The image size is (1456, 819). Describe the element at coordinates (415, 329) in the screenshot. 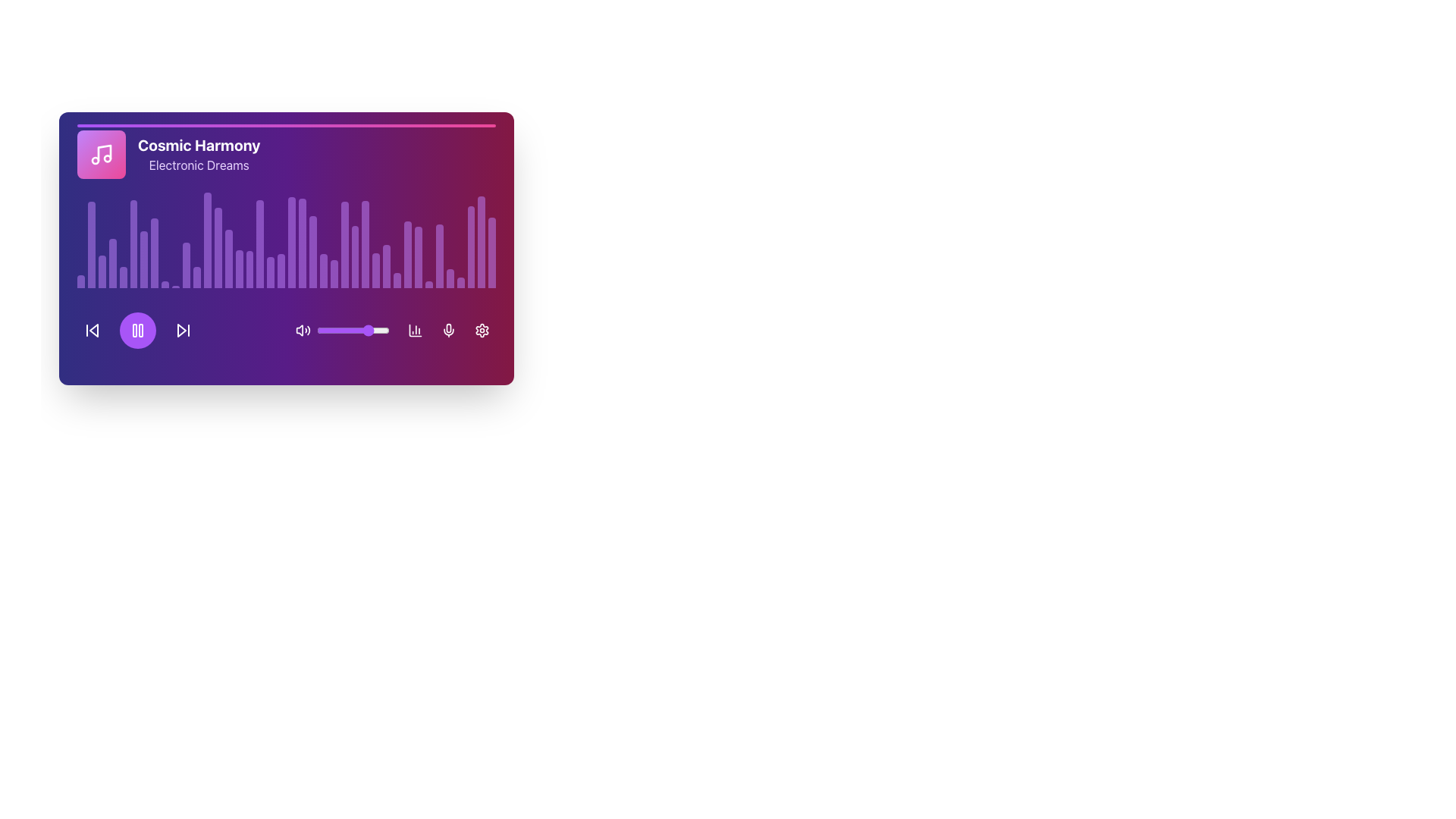

I see `the button icon for column chart visualization located at the bottom right section of the interface` at that location.